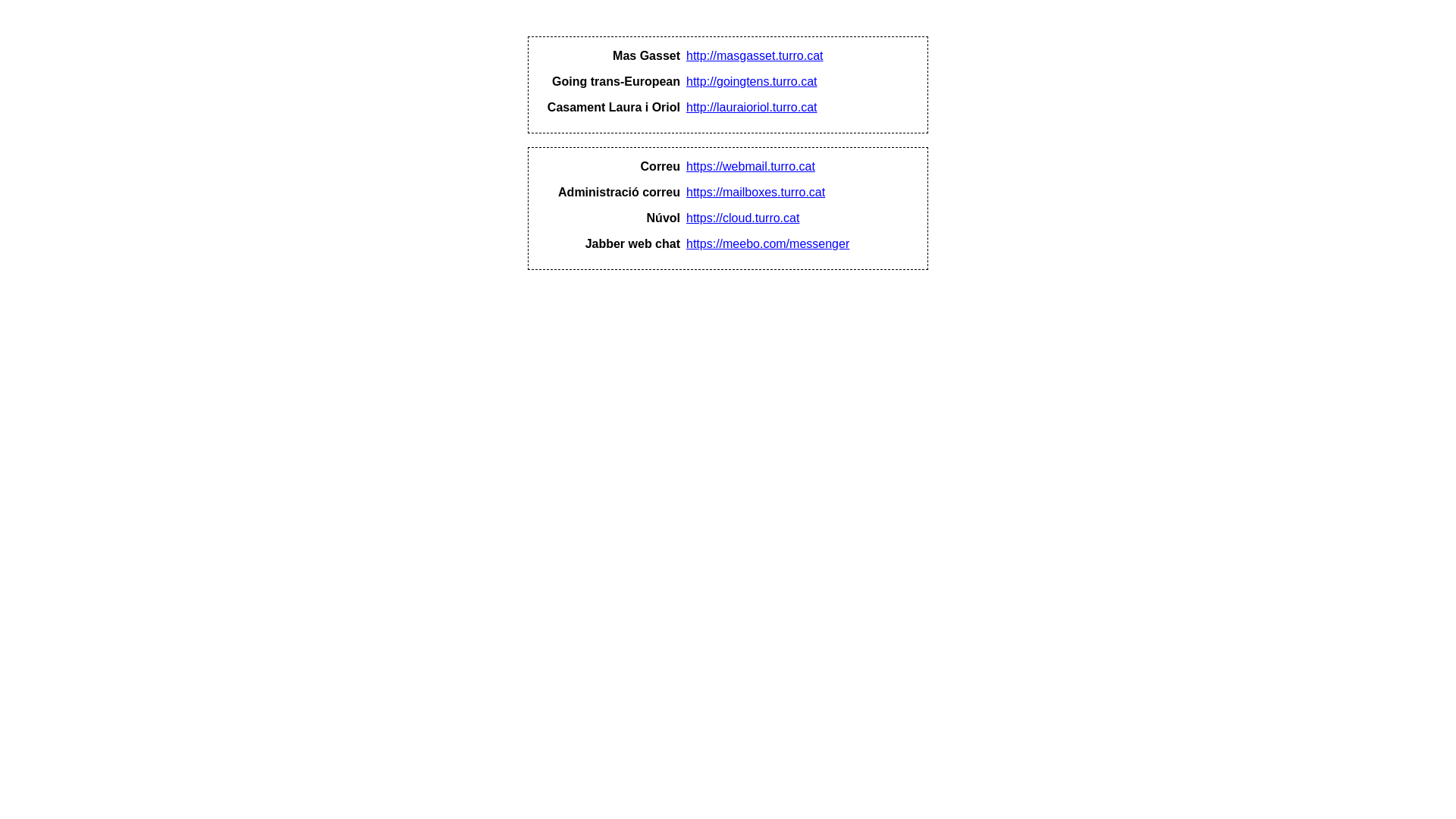  I want to click on 'http://masgasset.turro.cat', so click(755, 55).